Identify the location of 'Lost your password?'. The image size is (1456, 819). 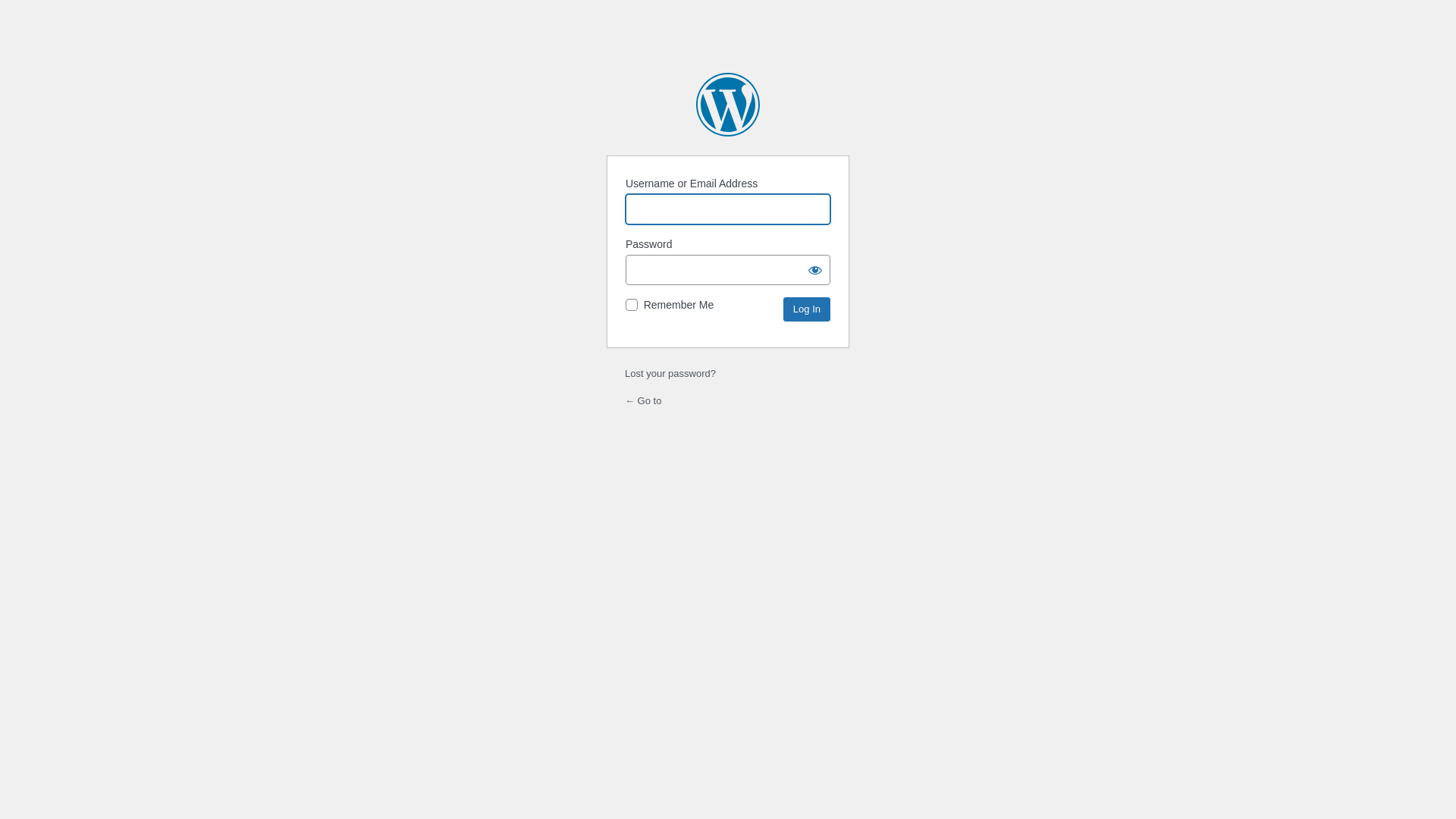
(625, 373).